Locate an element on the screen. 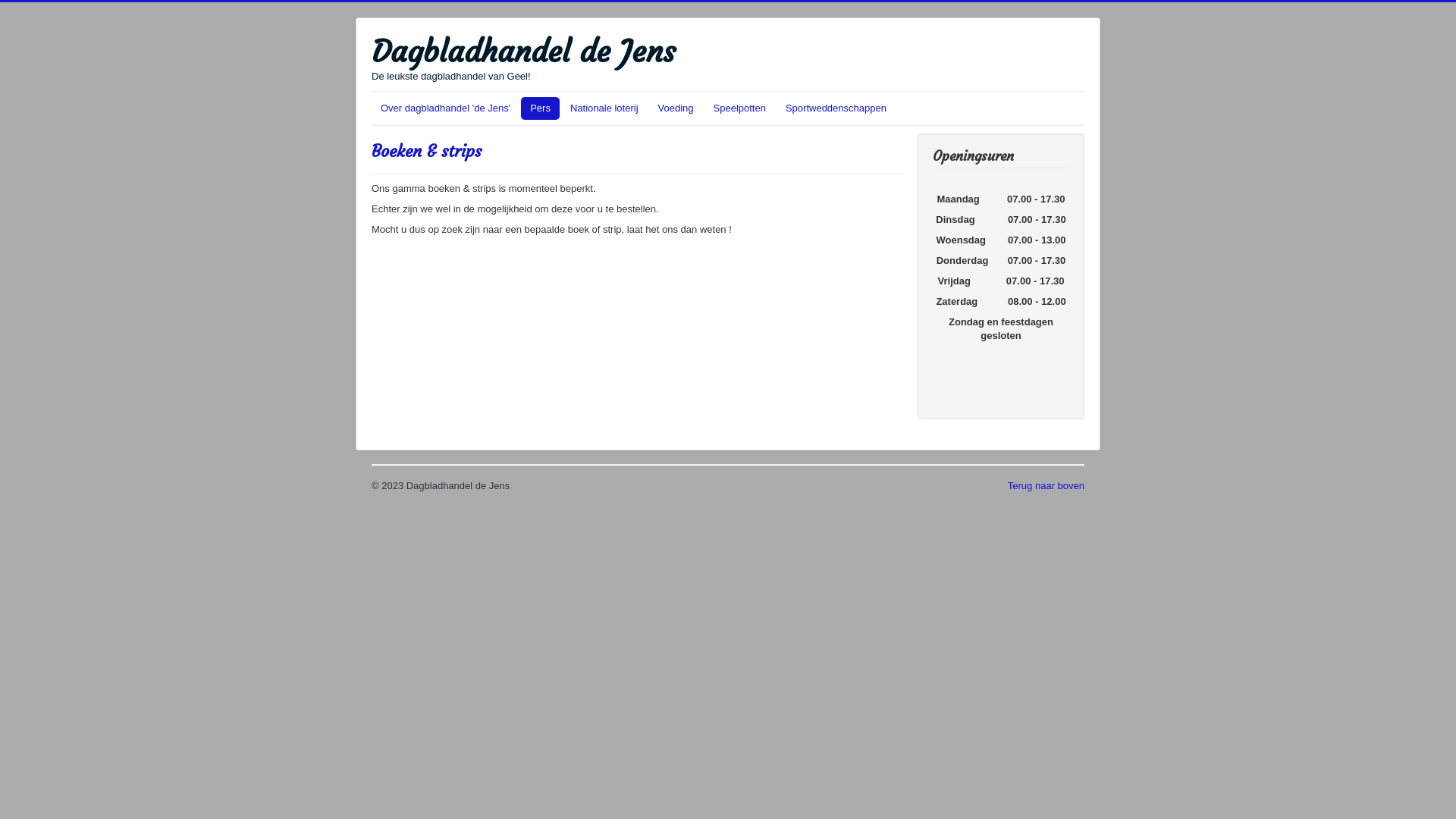 The width and height of the screenshot is (1456, 819). 'Voeding' is located at coordinates (675, 107).